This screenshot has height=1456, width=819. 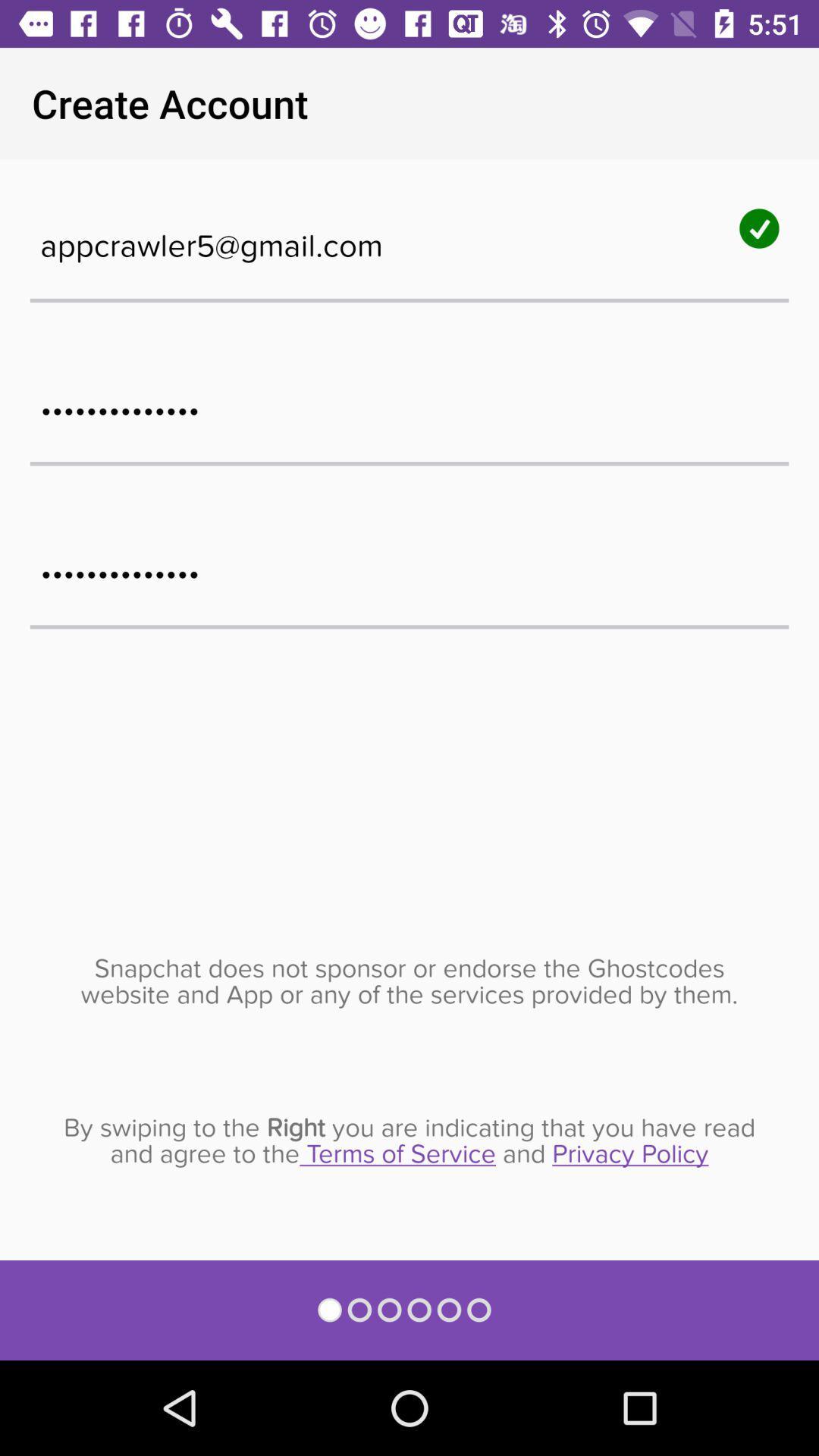 What do you see at coordinates (409, 1141) in the screenshot?
I see `by swiping to item` at bounding box center [409, 1141].